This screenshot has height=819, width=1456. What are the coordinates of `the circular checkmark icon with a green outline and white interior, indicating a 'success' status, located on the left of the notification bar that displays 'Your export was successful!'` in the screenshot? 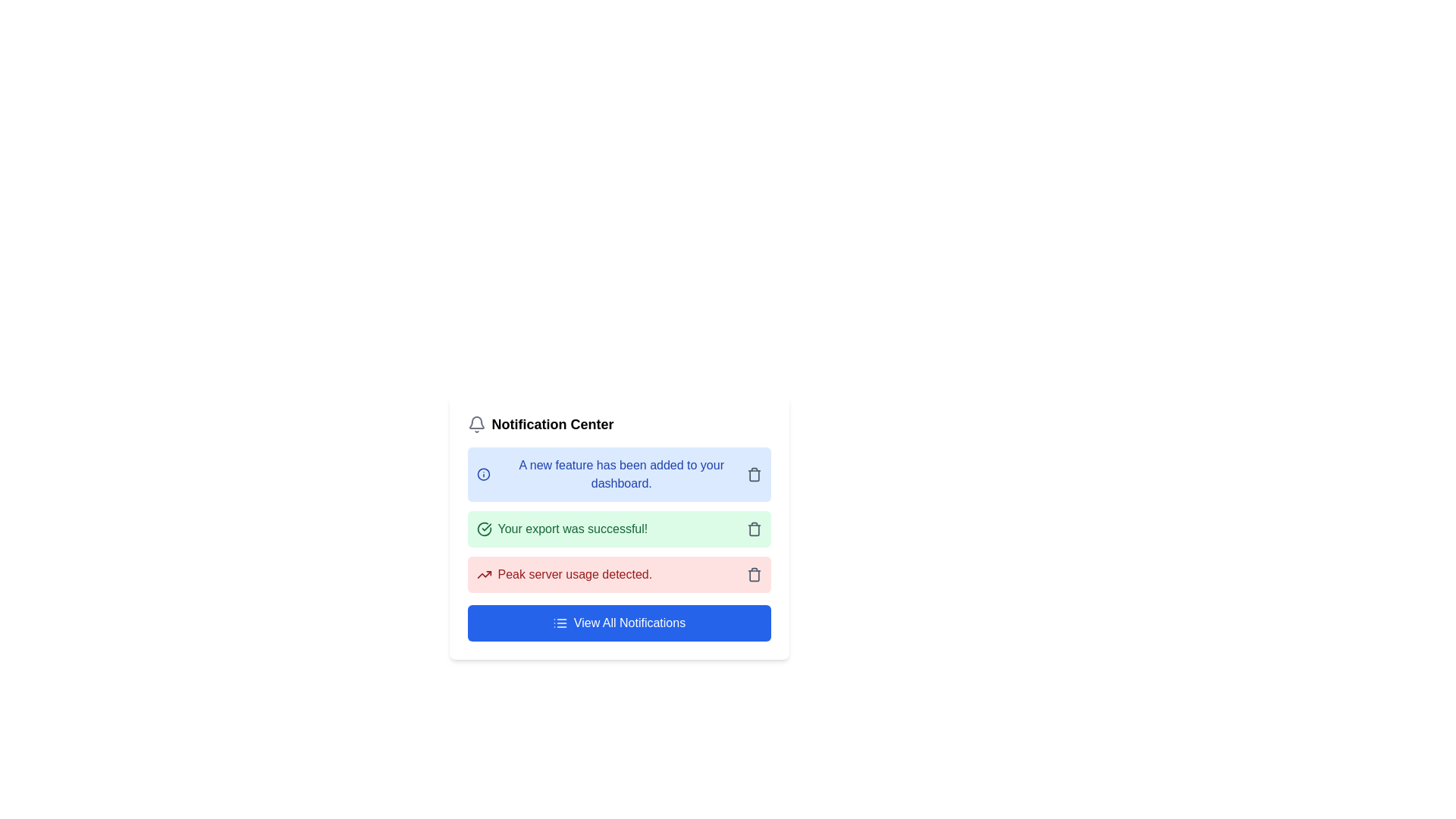 It's located at (483, 529).